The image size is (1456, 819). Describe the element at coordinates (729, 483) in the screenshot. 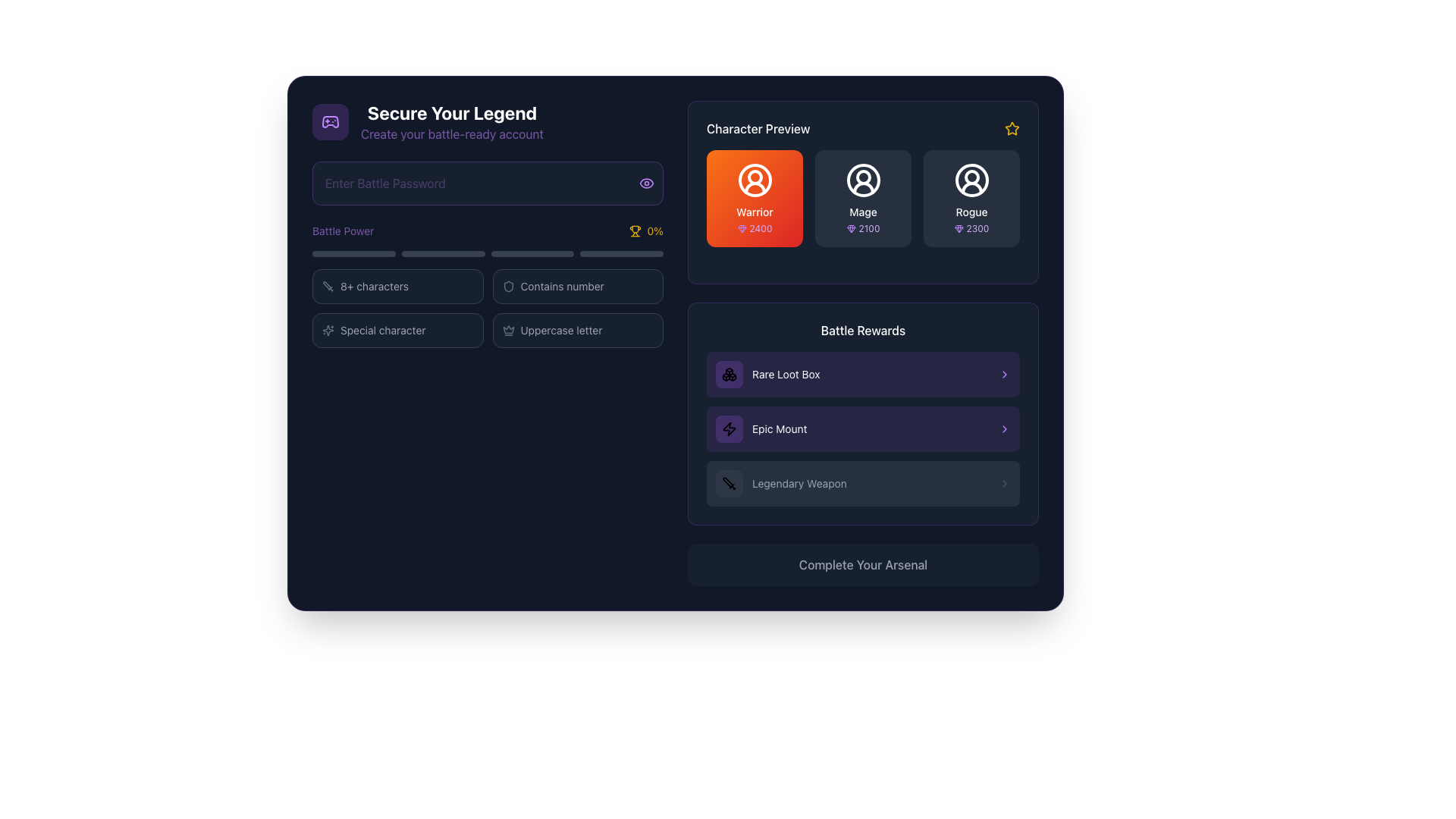

I see `the leftmost icon representing the 'Legendary Weapon' reward in the 'Battle Rewards' section of the right panel` at that location.